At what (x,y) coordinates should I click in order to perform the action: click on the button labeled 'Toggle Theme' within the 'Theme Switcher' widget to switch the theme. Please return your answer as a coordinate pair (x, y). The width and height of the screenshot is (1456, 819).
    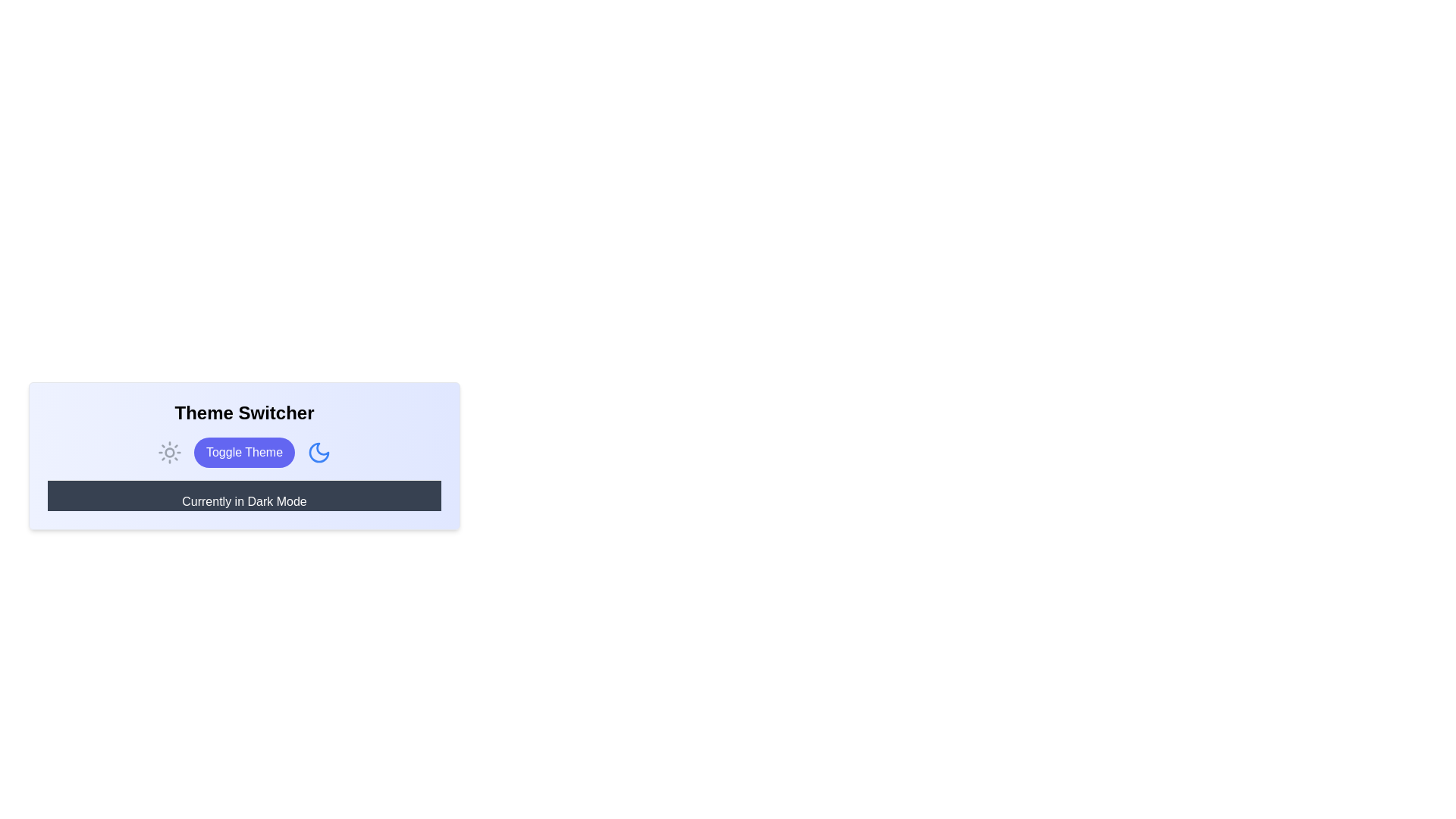
    Looking at the image, I should click on (244, 455).